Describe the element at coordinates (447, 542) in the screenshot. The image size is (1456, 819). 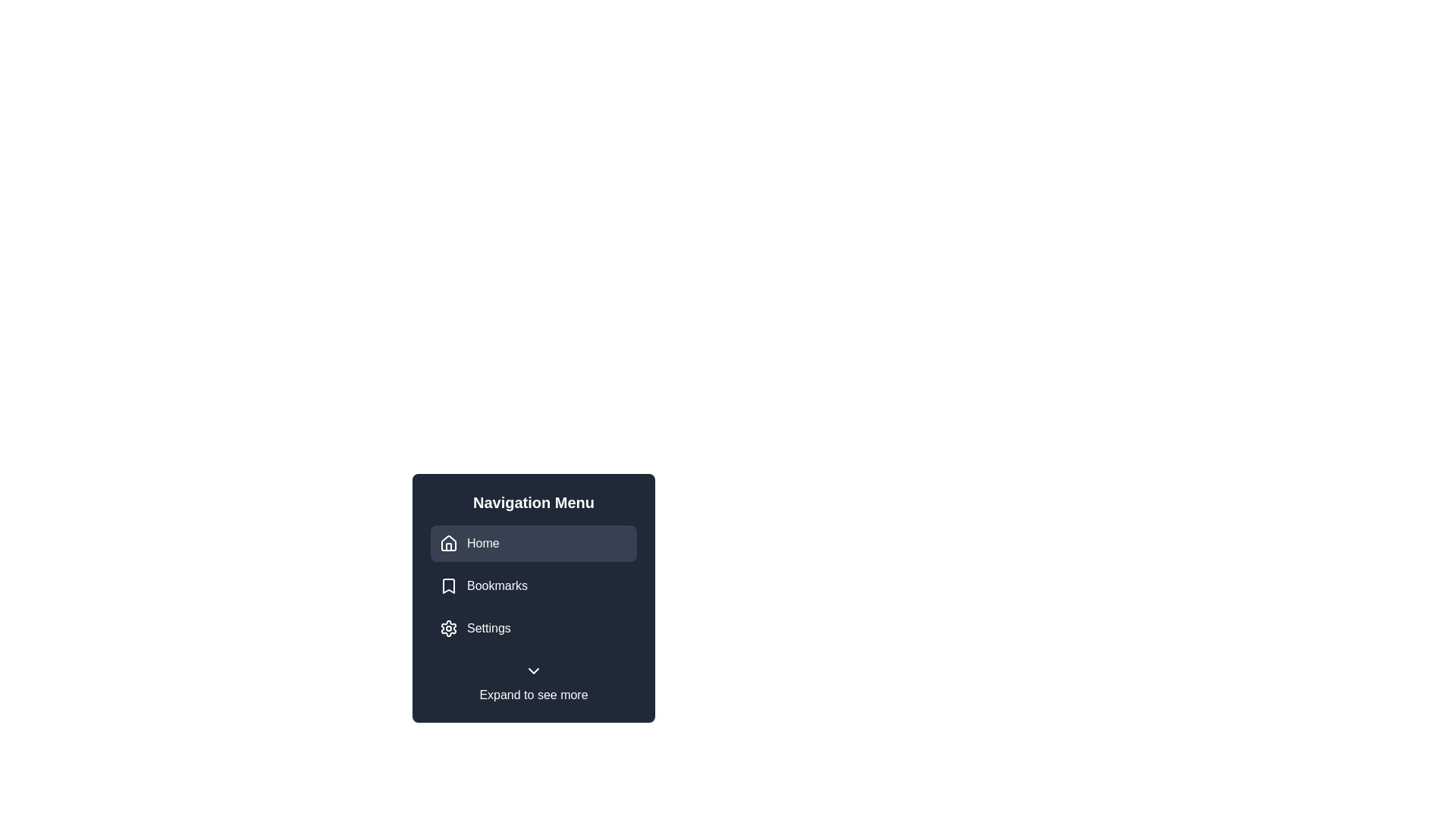
I see `the house graphic icon located in the navigation menu next to the 'Home' label` at that location.